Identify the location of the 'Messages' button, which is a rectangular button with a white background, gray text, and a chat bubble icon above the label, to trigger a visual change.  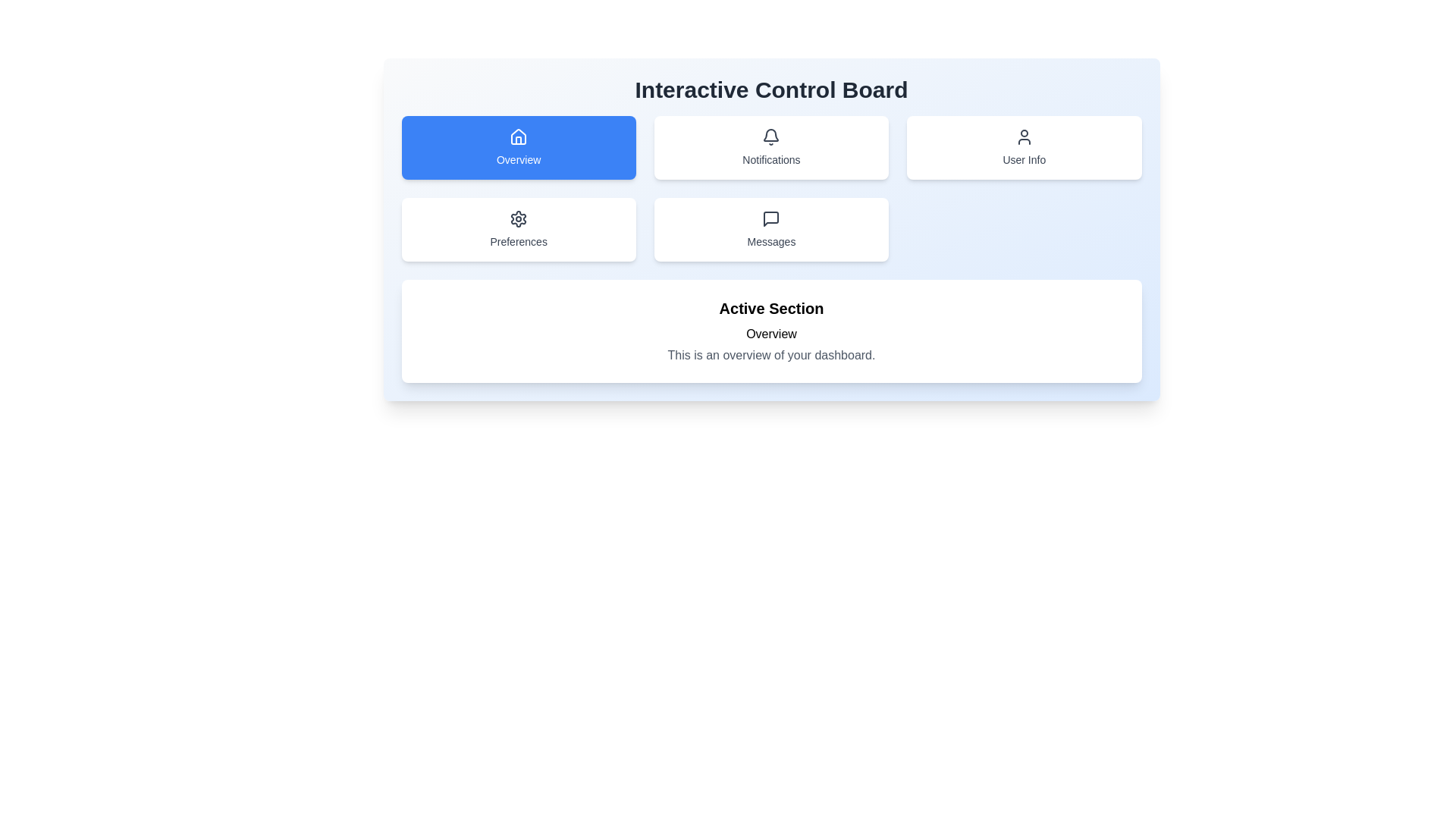
(771, 230).